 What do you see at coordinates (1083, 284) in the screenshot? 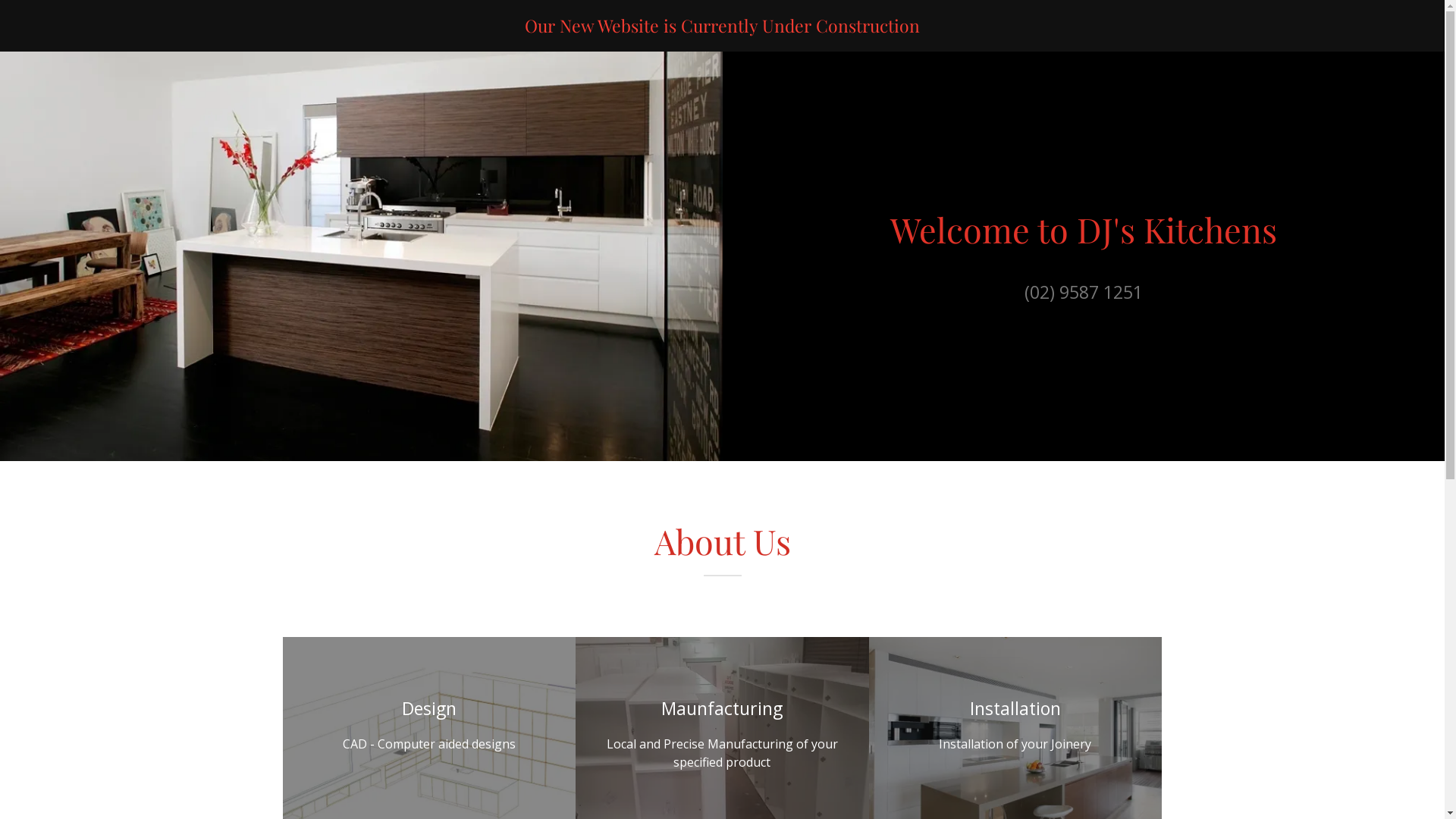
I see `'(02) 9587 1251'` at bounding box center [1083, 284].